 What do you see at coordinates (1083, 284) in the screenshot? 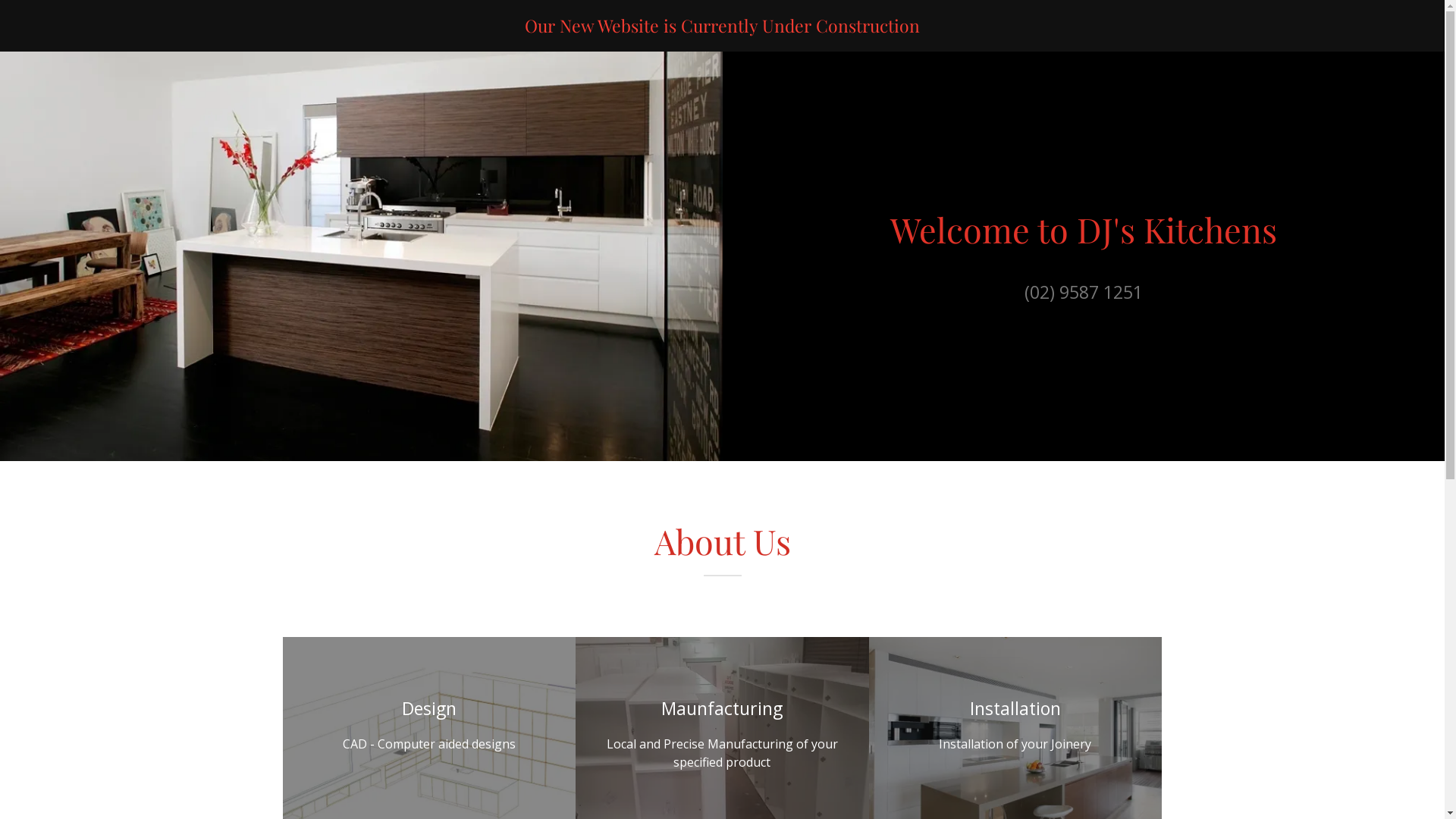
I see `'(02) 9587 1251'` at bounding box center [1083, 284].